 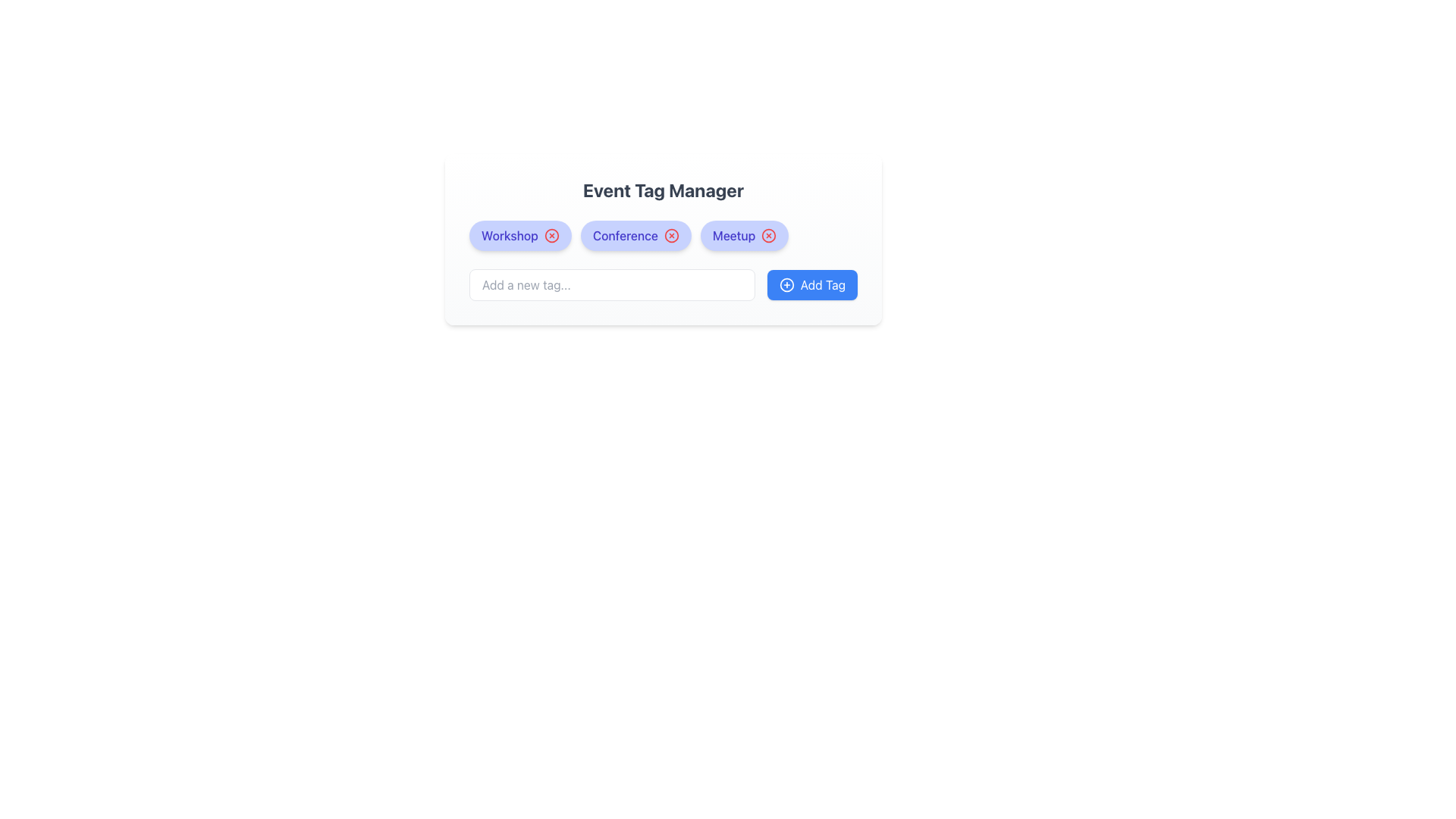 What do you see at coordinates (670, 236) in the screenshot?
I see `the circular decorative shape inside the 'Conference' tag's remove action icon located beneath the 'Event Tag Manager' title` at bounding box center [670, 236].